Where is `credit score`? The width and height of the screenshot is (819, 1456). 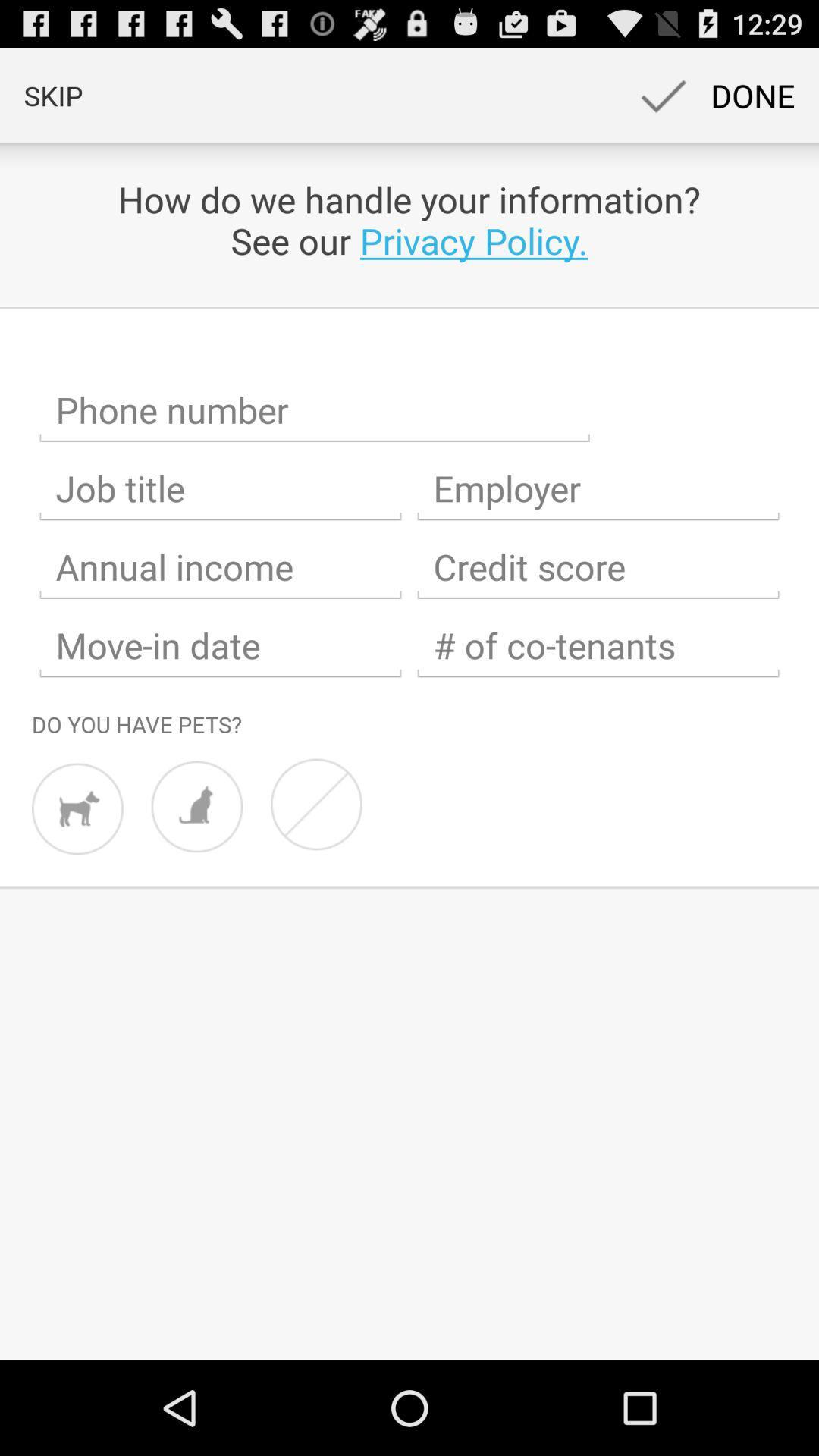 credit score is located at coordinates (598, 566).